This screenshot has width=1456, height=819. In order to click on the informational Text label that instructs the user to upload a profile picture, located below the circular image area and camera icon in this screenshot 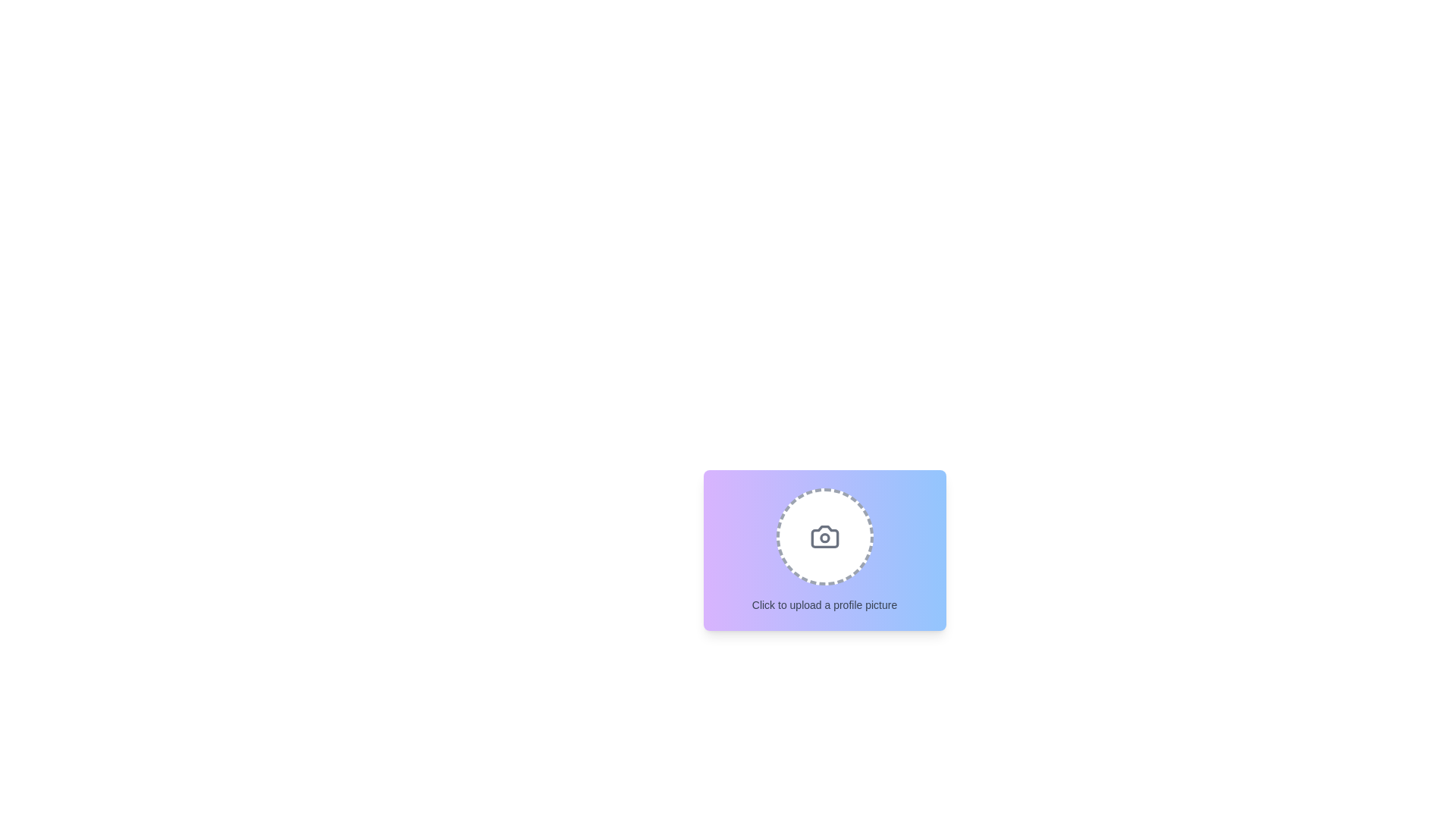, I will do `click(824, 604)`.